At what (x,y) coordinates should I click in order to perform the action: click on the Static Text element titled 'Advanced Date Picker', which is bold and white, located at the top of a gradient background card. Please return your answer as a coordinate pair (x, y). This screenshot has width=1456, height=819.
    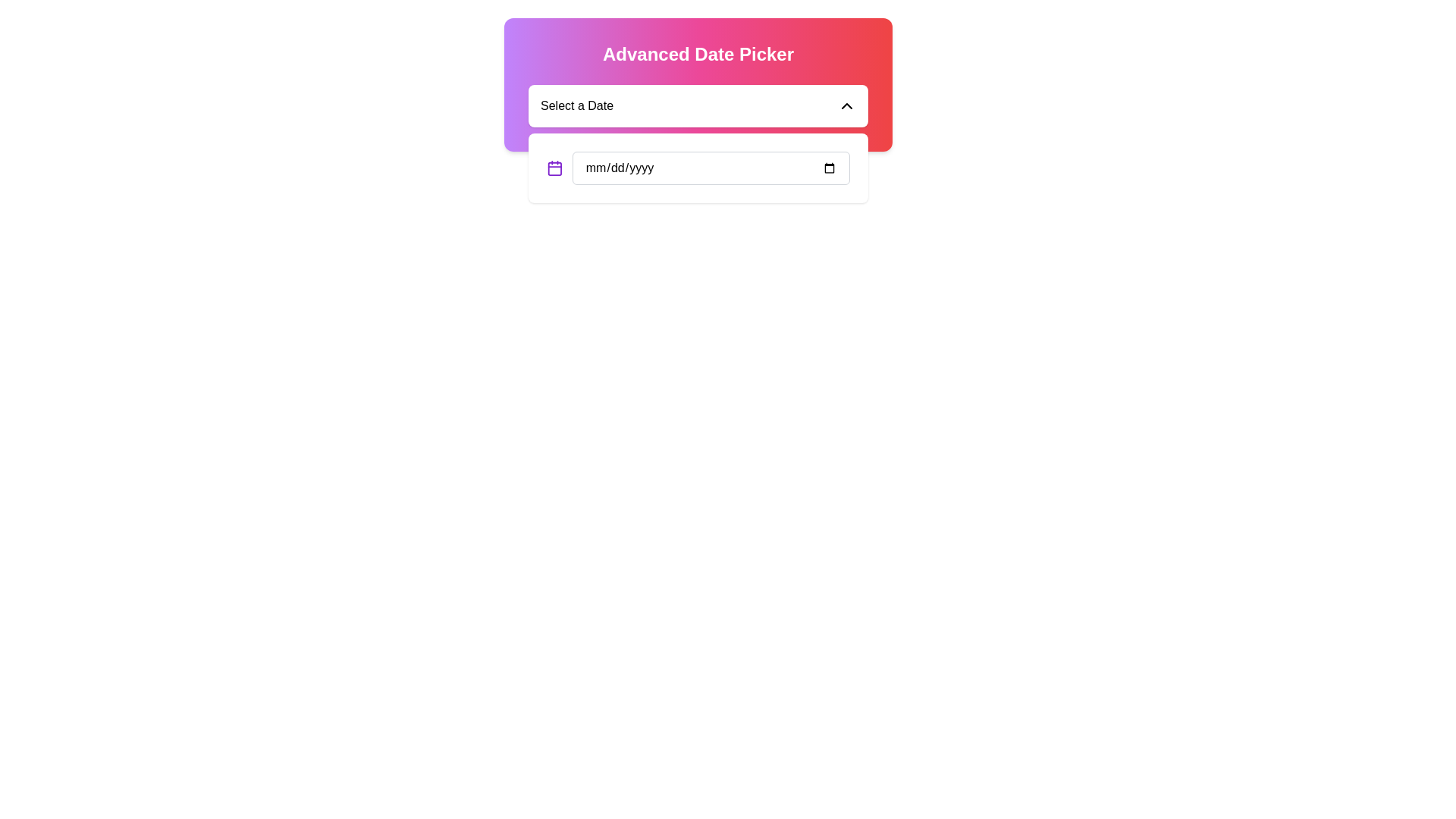
    Looking at the image, I should click on (698, 54).